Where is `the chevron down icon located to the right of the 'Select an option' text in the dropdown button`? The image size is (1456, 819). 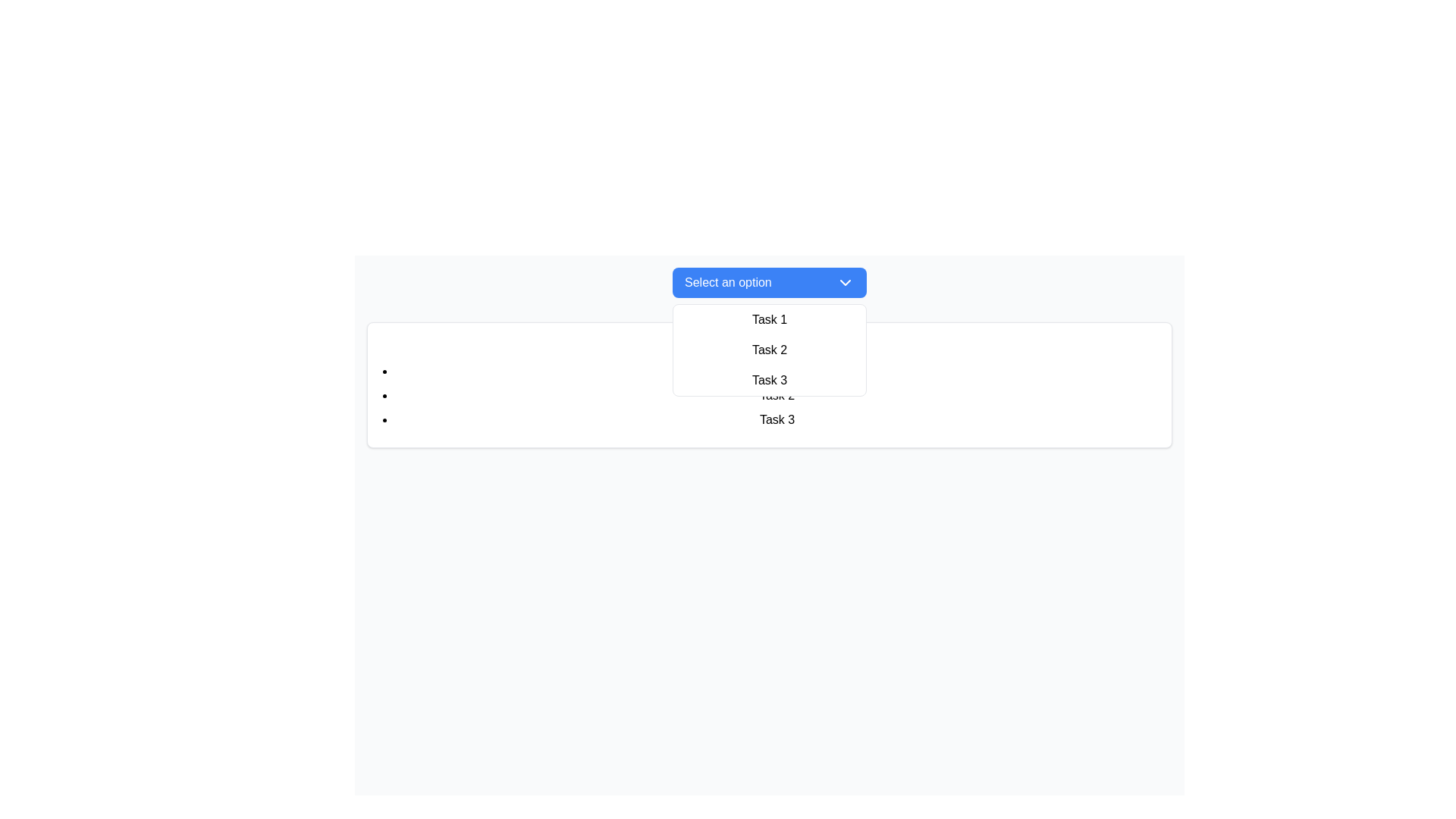
the chevron down icon located to the right of the 'Select an option' text in the dropdown button is located at coordinates (844, 283).